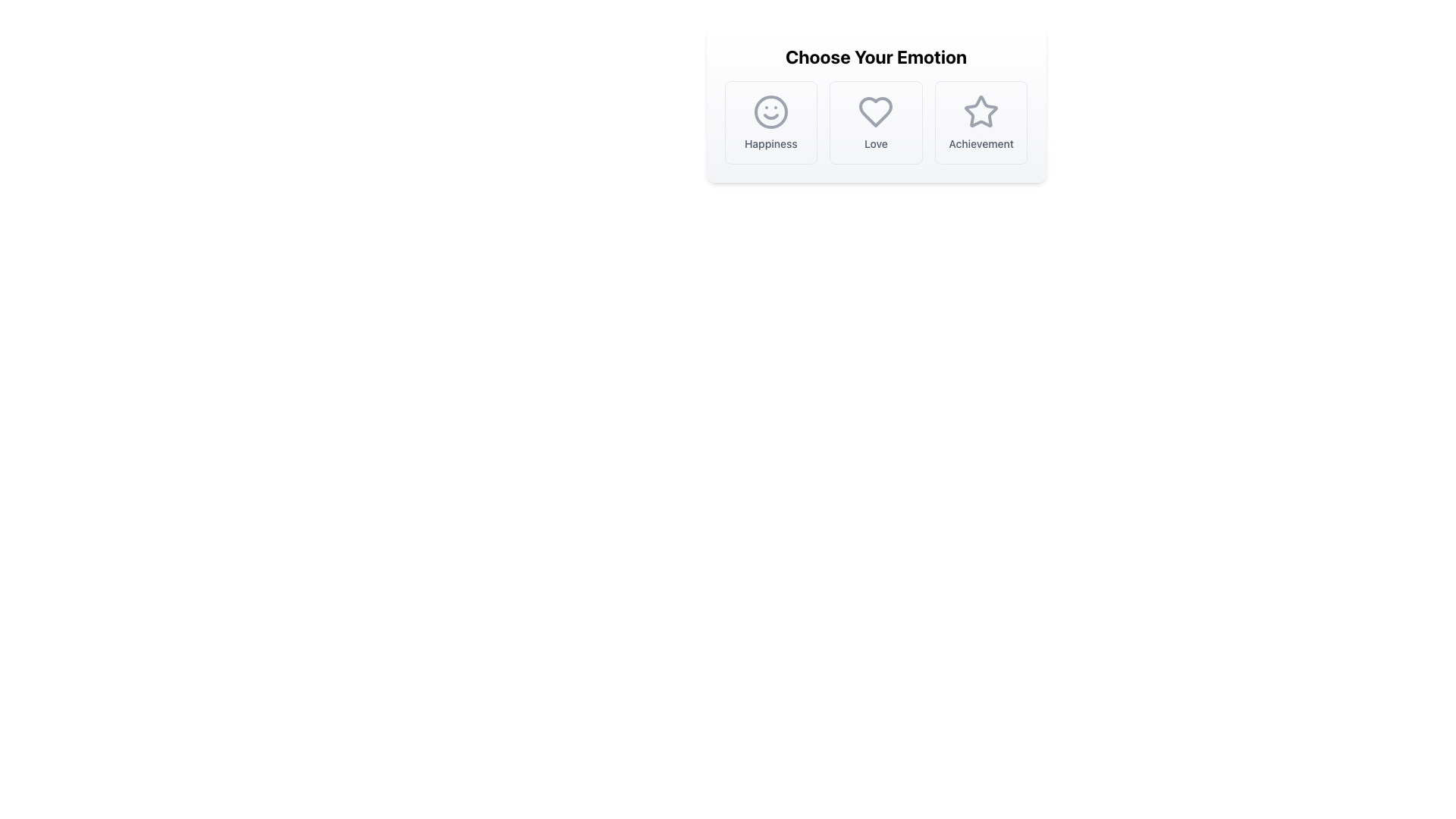  I want to click on the 'Love' option in the selection card titled 'Choose Your Emotion', which is the middle option marked with a heart icon, so click(876, 104).